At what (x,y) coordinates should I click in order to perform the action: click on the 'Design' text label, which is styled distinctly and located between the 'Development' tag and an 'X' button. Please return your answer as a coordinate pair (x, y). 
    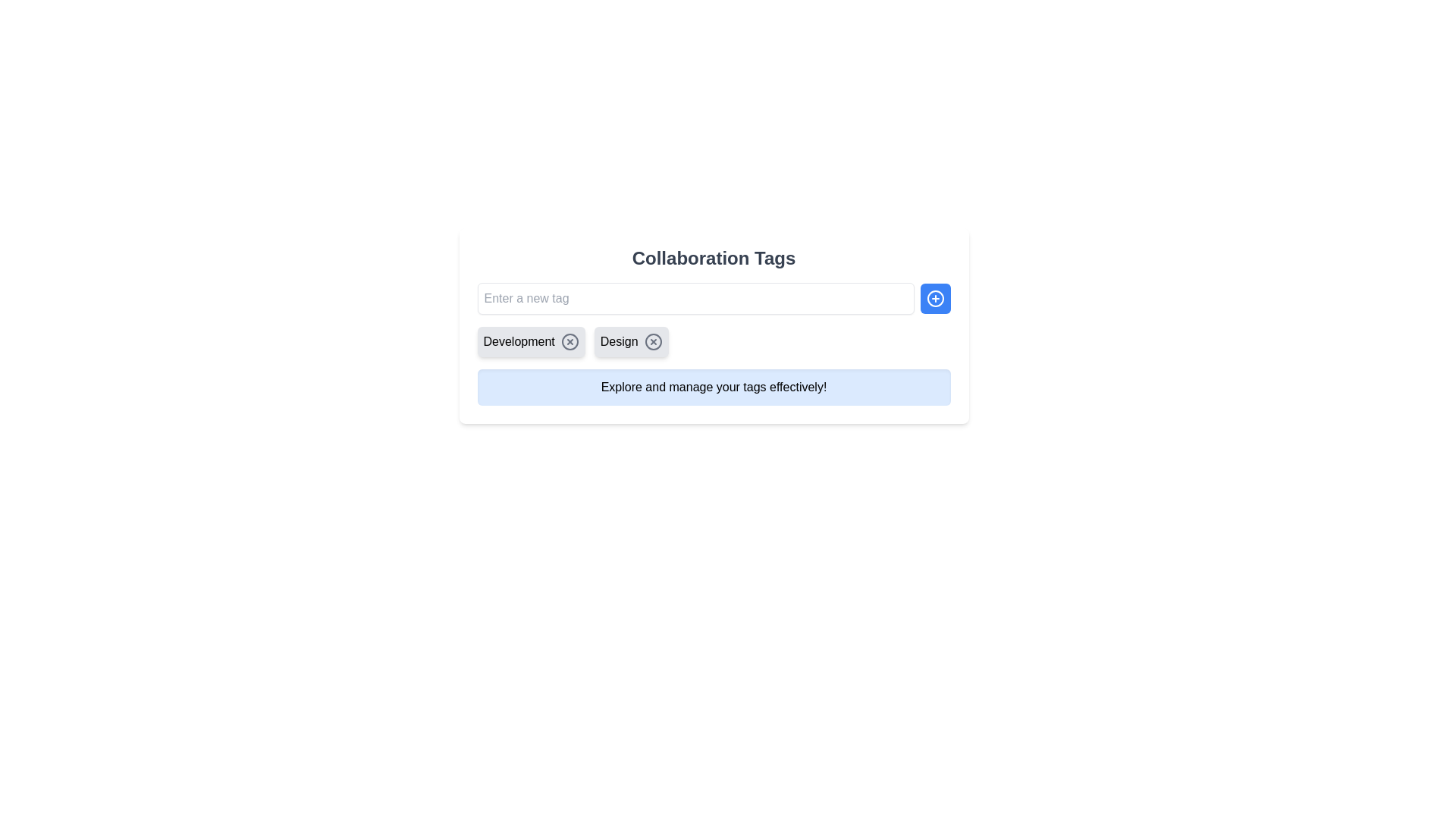
    Looking at the image, I should click on (619, 342).